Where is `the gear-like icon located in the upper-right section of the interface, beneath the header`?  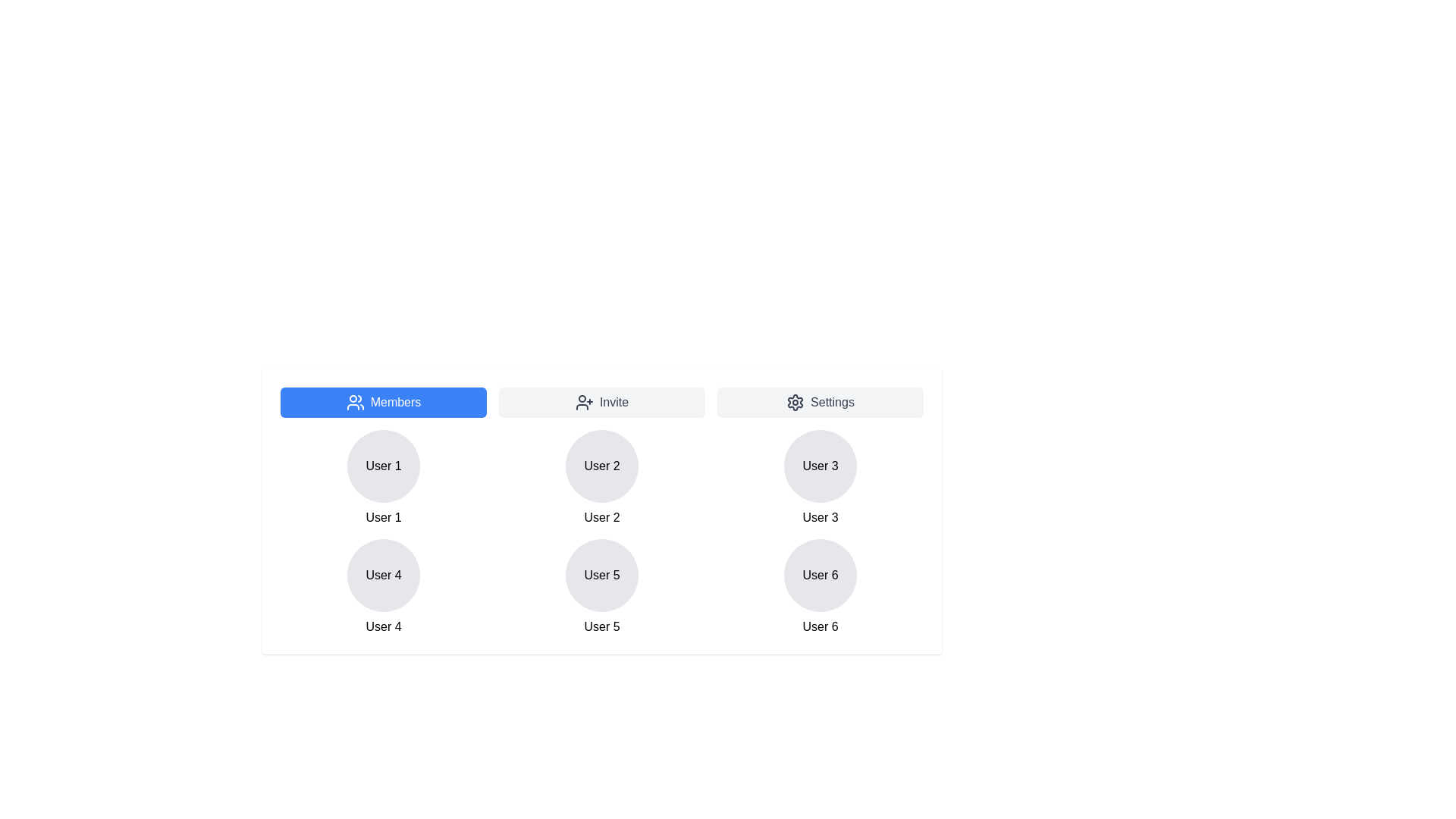
the gear-like icon located in the upper-right section of the interface, beneath the header is located at coordinates (795, 402).